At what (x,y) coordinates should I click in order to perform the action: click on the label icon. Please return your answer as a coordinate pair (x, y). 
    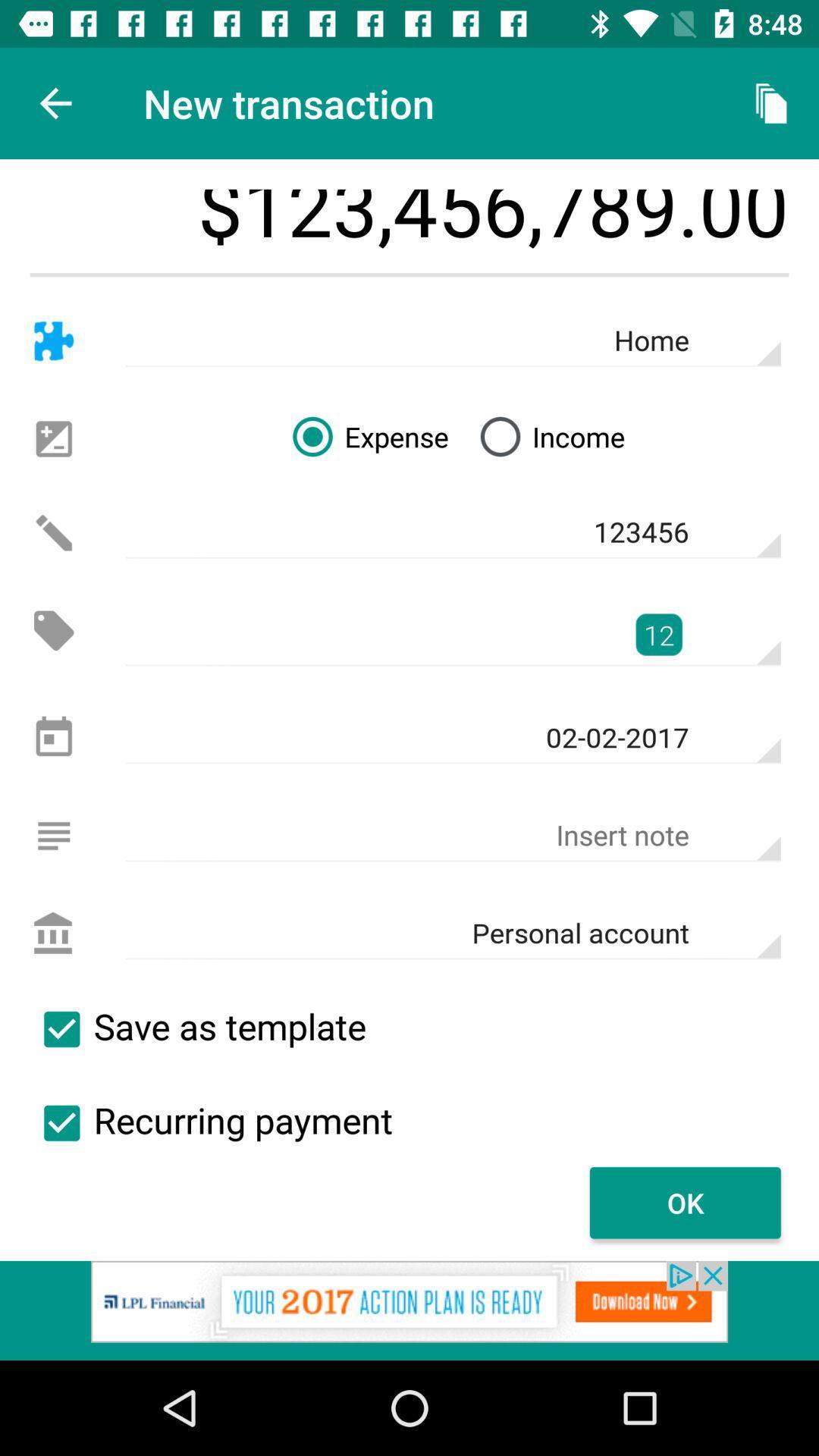
    Looking at the image, I should click on (53, 630).